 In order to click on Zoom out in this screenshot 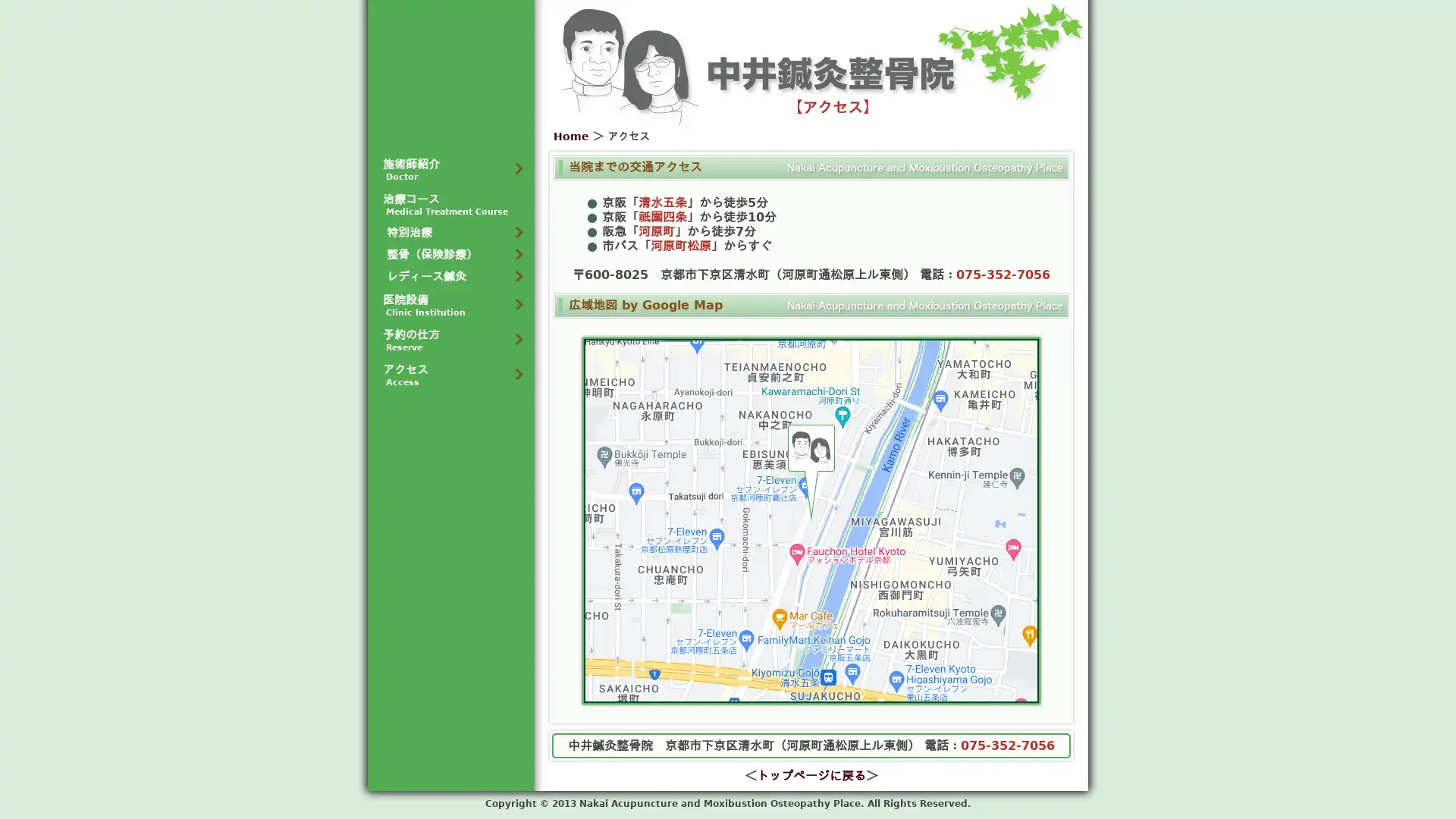, I will do `click(1015, 667)`.